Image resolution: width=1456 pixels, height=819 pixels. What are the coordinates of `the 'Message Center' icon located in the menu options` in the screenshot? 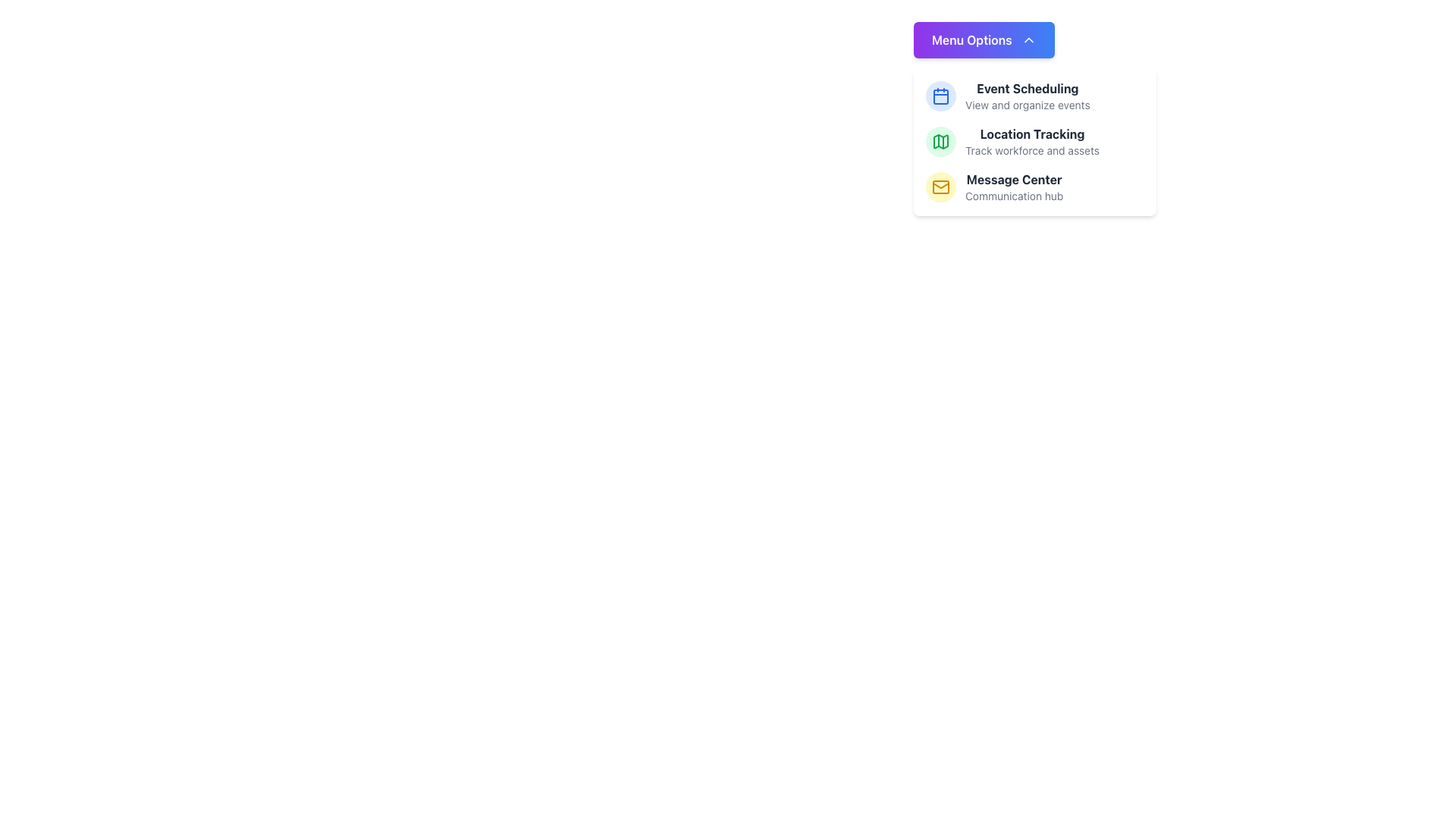 It's located at (940, 186).